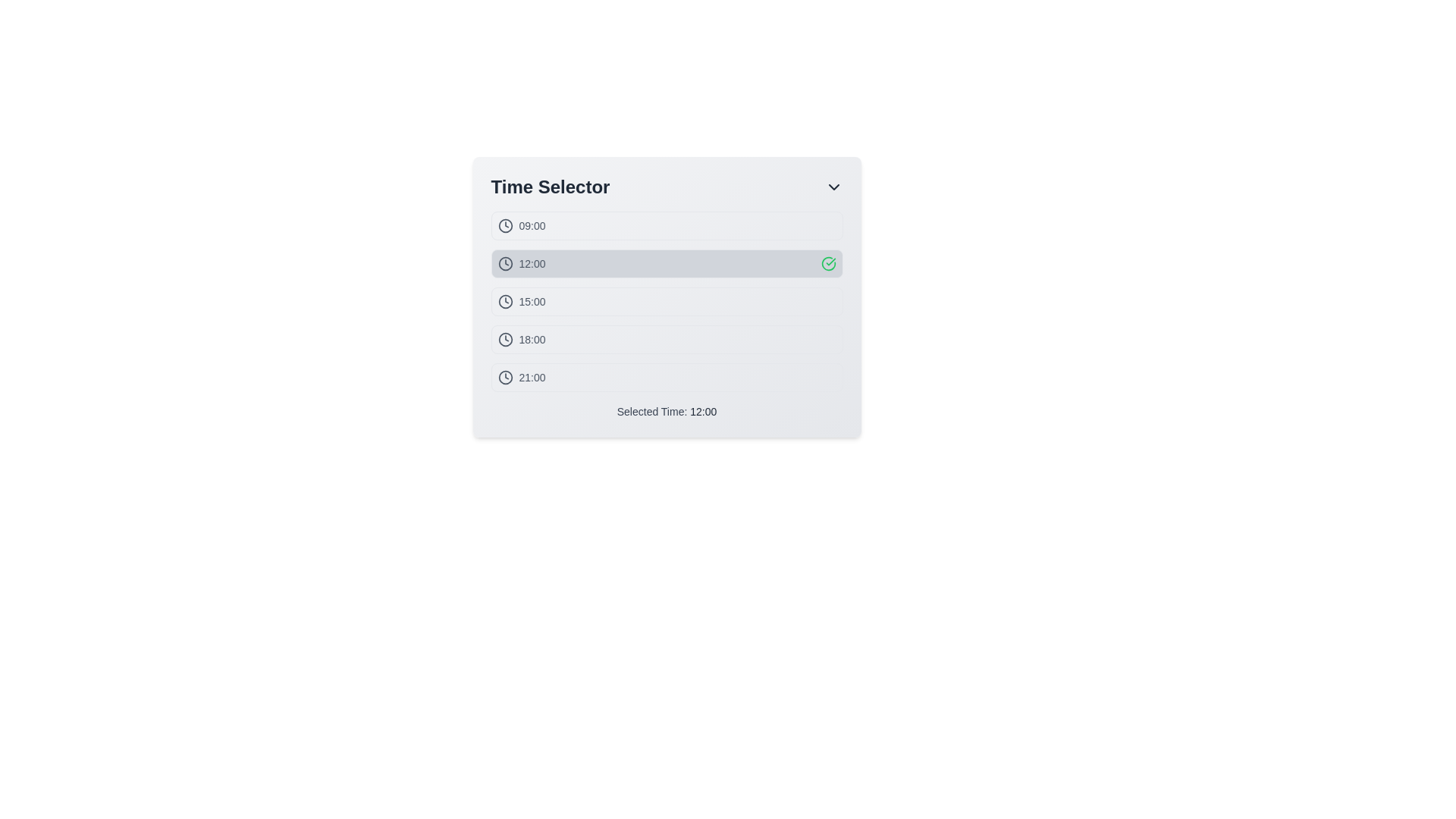  What do you see at coordinates (702, 412) in the screenshot?
I see `the text label displaying '12:00' in the time selection confirmation section, which is styled in dark gray and positioned within the 'Selected Time' indicator` at bounding box center [702, 412].